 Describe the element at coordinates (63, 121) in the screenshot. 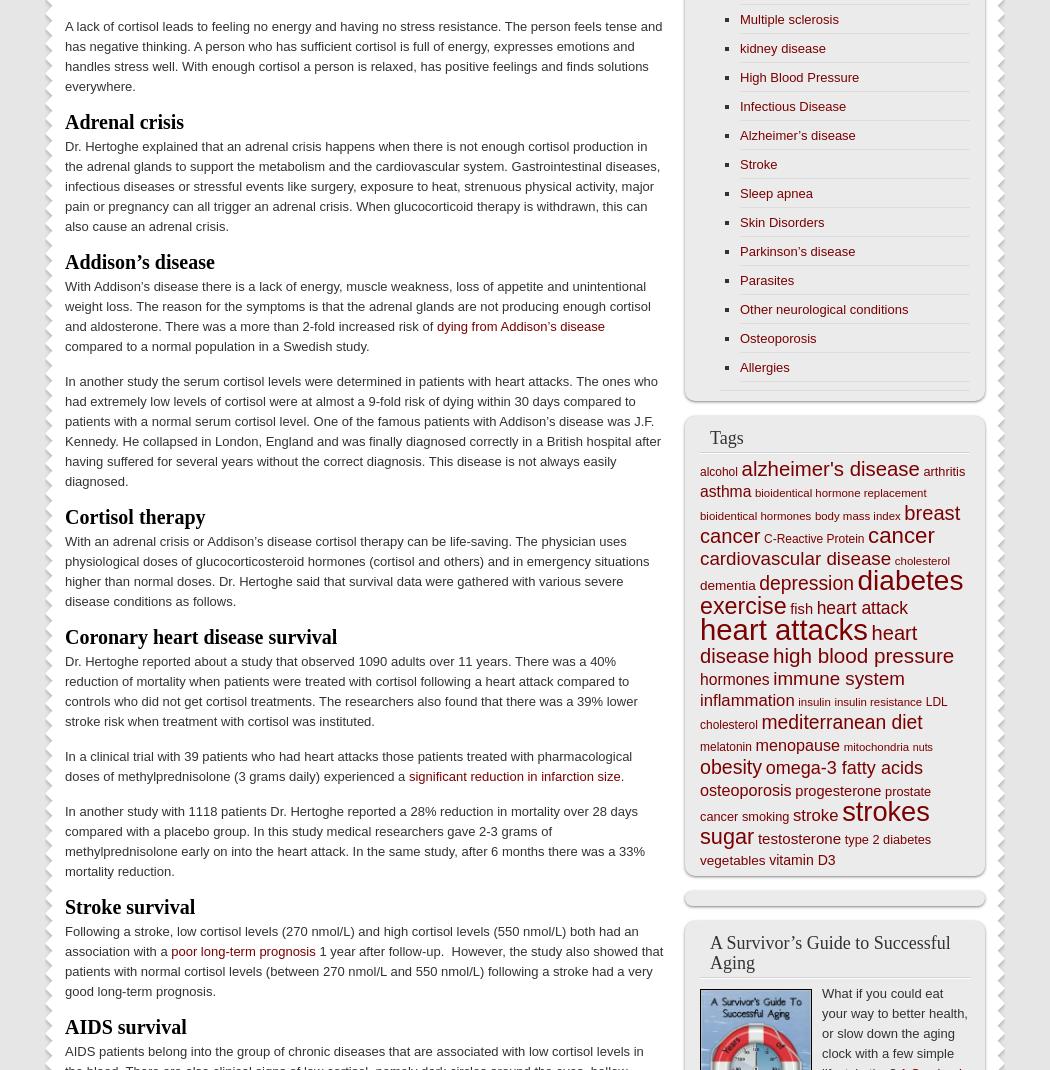

I see `'Adrenal crisis'` at that location.